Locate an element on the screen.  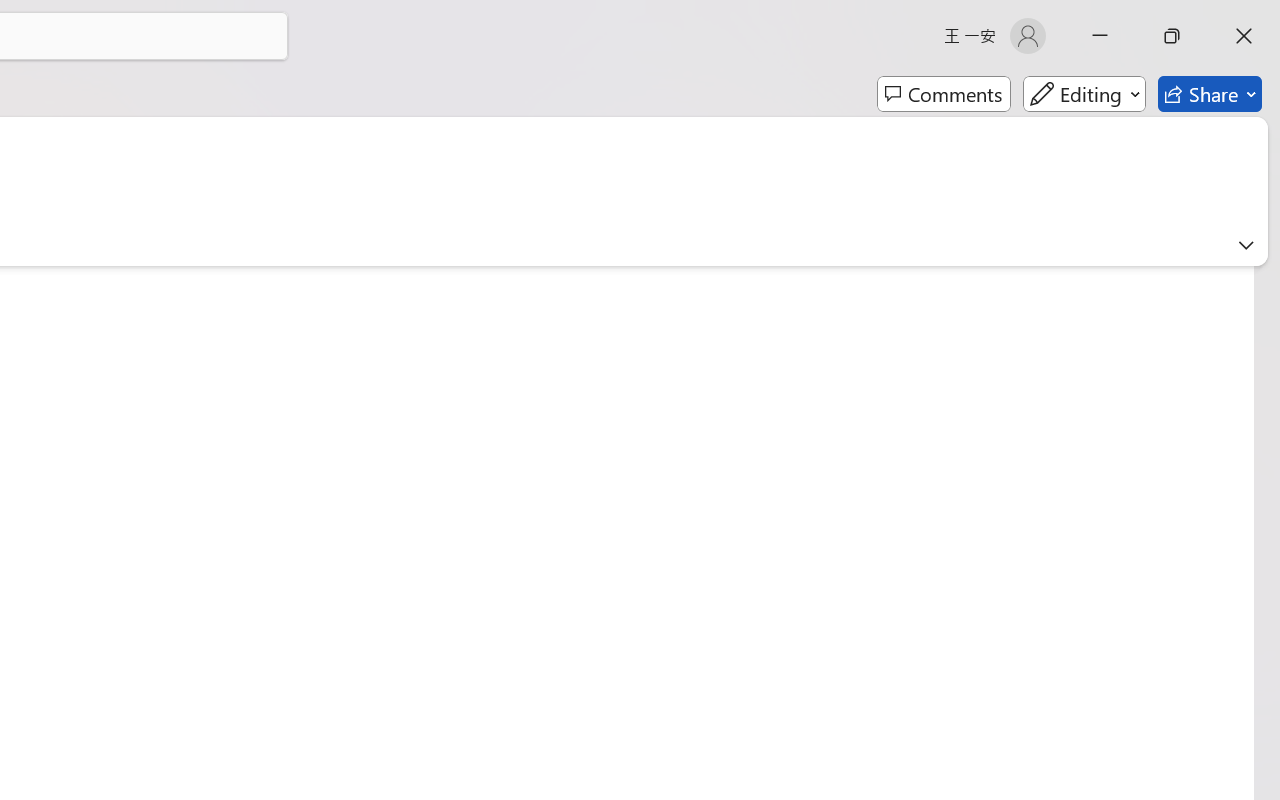
'Mode' is located at coordinates (1083, 94).